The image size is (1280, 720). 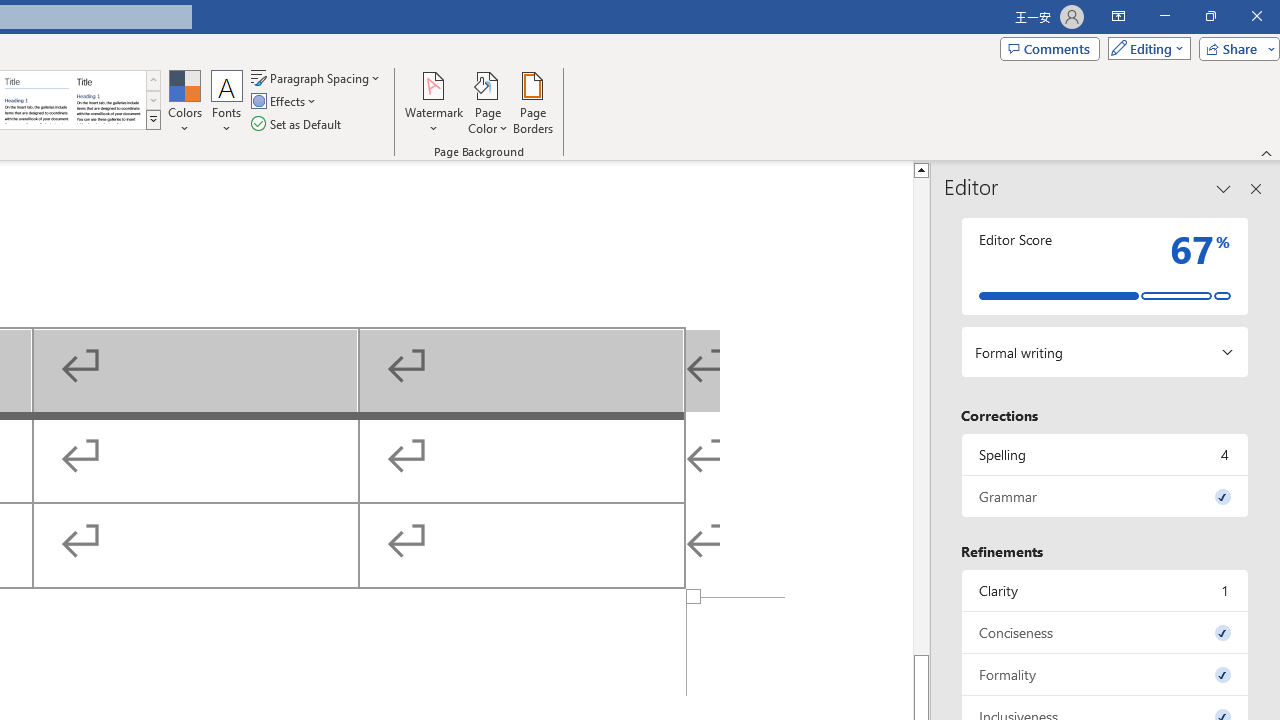 What do you see at coordinates (1104, 495) in the screenshot?
I see `'Grammar, 0 issues. Press space or enter to review items.'` at bounding box center [1104, 495].